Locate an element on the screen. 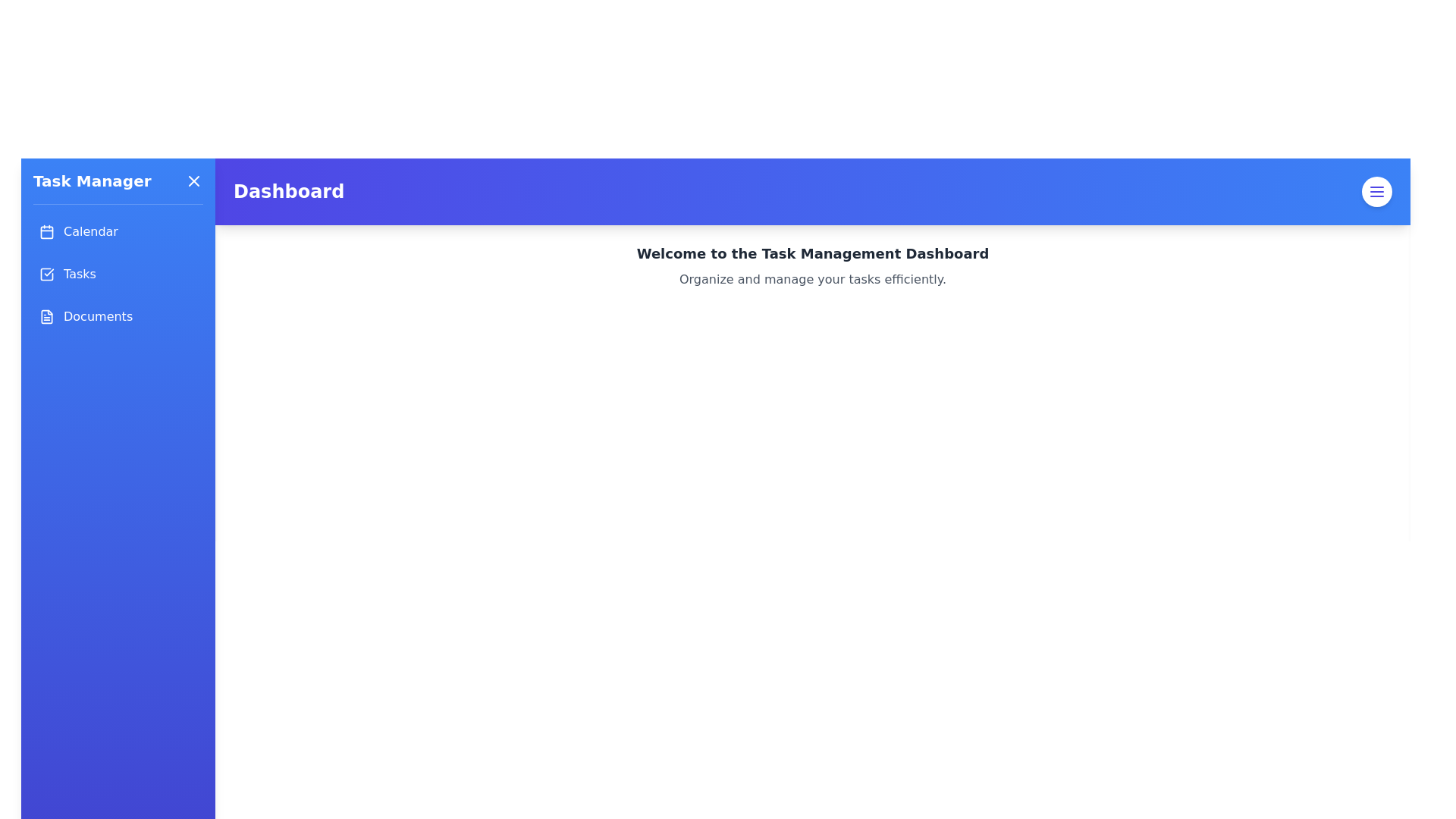 The width and height of the screenshot is (1456, 819). text from the 'Dashboard' label, which is prominently displayed in bold on a blue gradient background, located at the top bar of the application is located at coordinates (289, 191).